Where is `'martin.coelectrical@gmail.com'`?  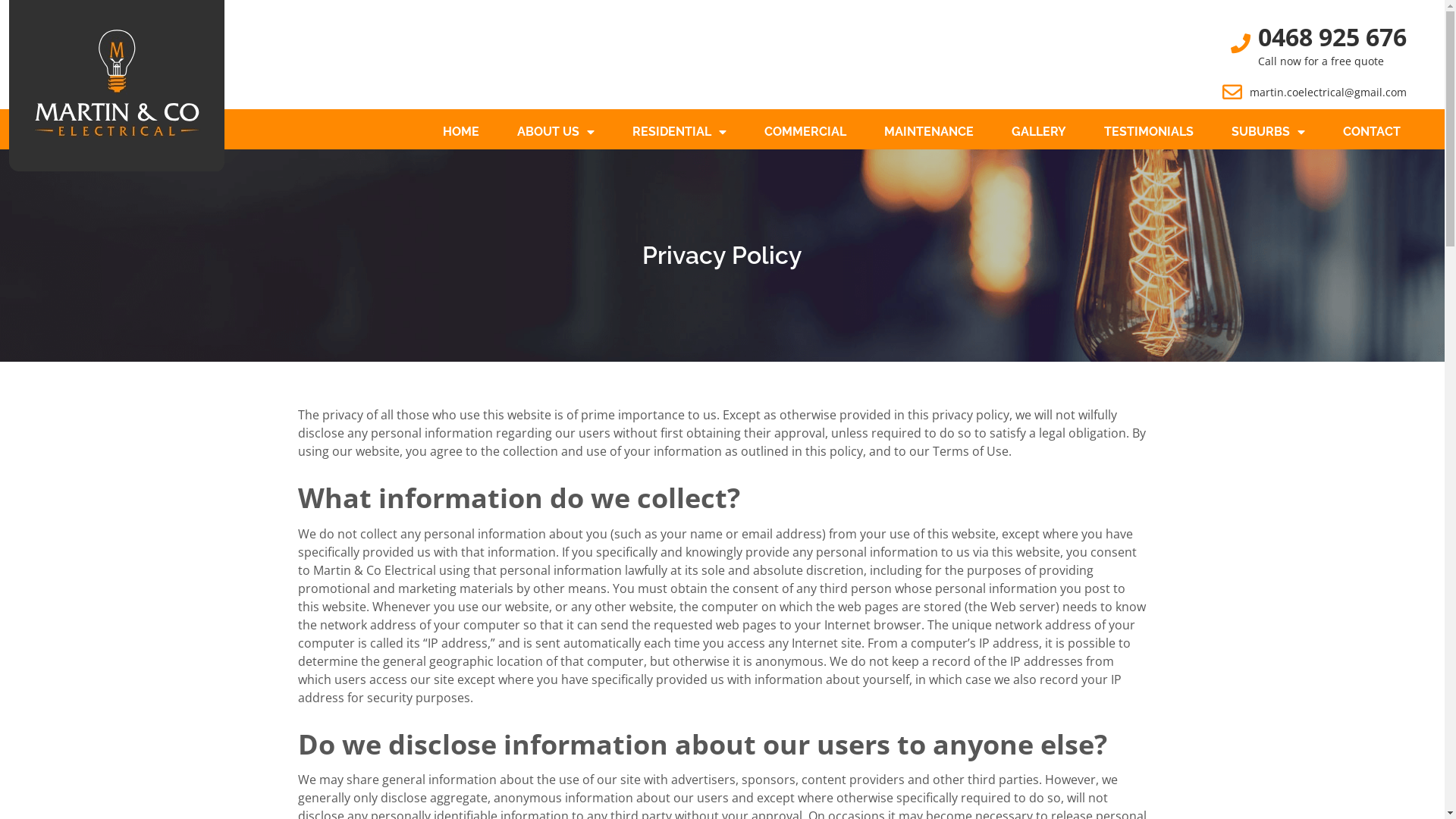 'martin.coelectrical@gmail.com' is located at coordinates (1327, 92).